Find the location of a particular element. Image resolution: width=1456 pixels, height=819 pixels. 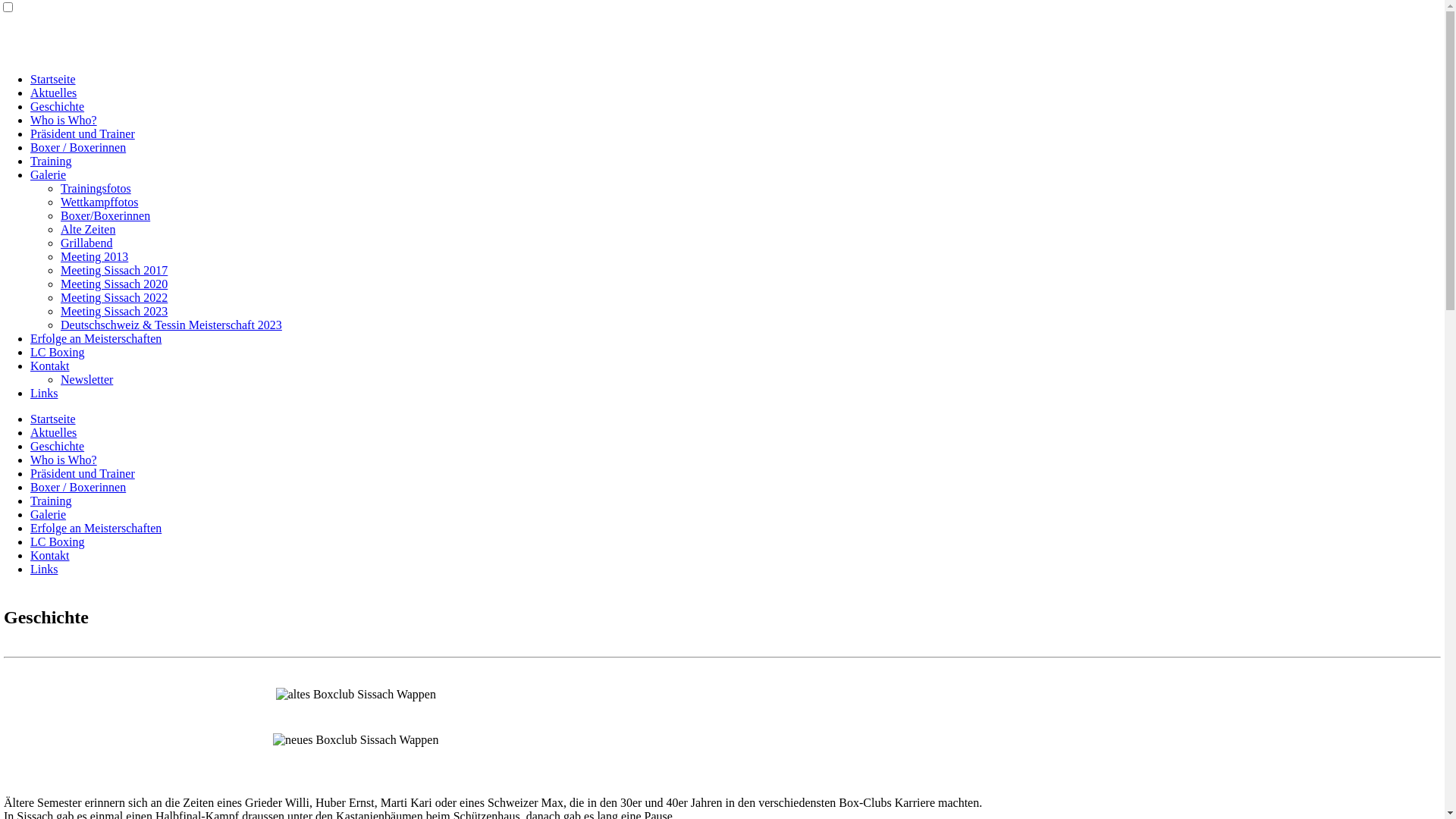

'Kontakt' is located at coordinates (30, 555).